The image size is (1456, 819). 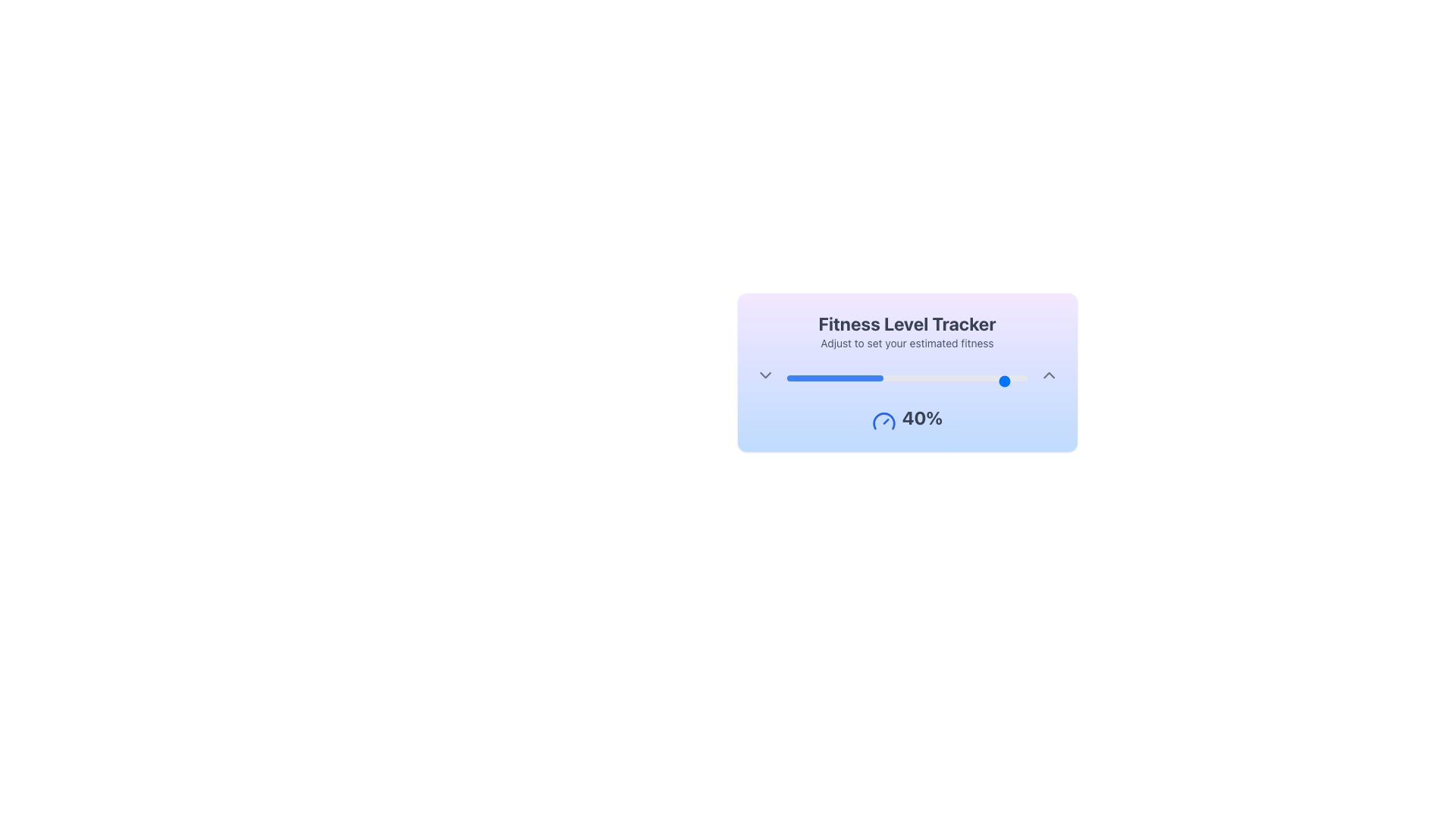 What do you see at coordinates (814, 375) in the screenshot?
I see `the slider value` at bounding box center [814, 375].